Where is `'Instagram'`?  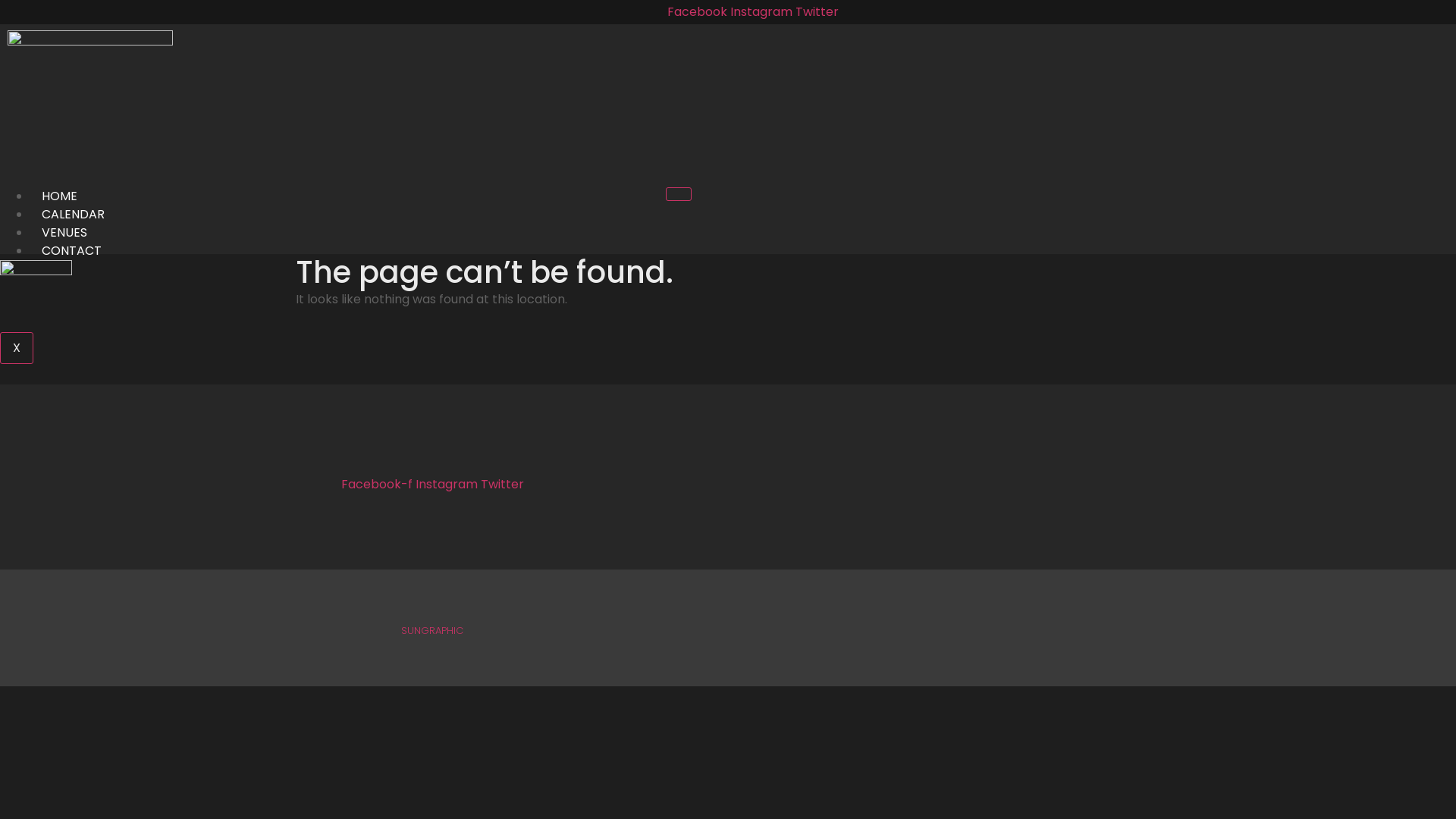 'Instagram' is located at coordinates (415, 484).